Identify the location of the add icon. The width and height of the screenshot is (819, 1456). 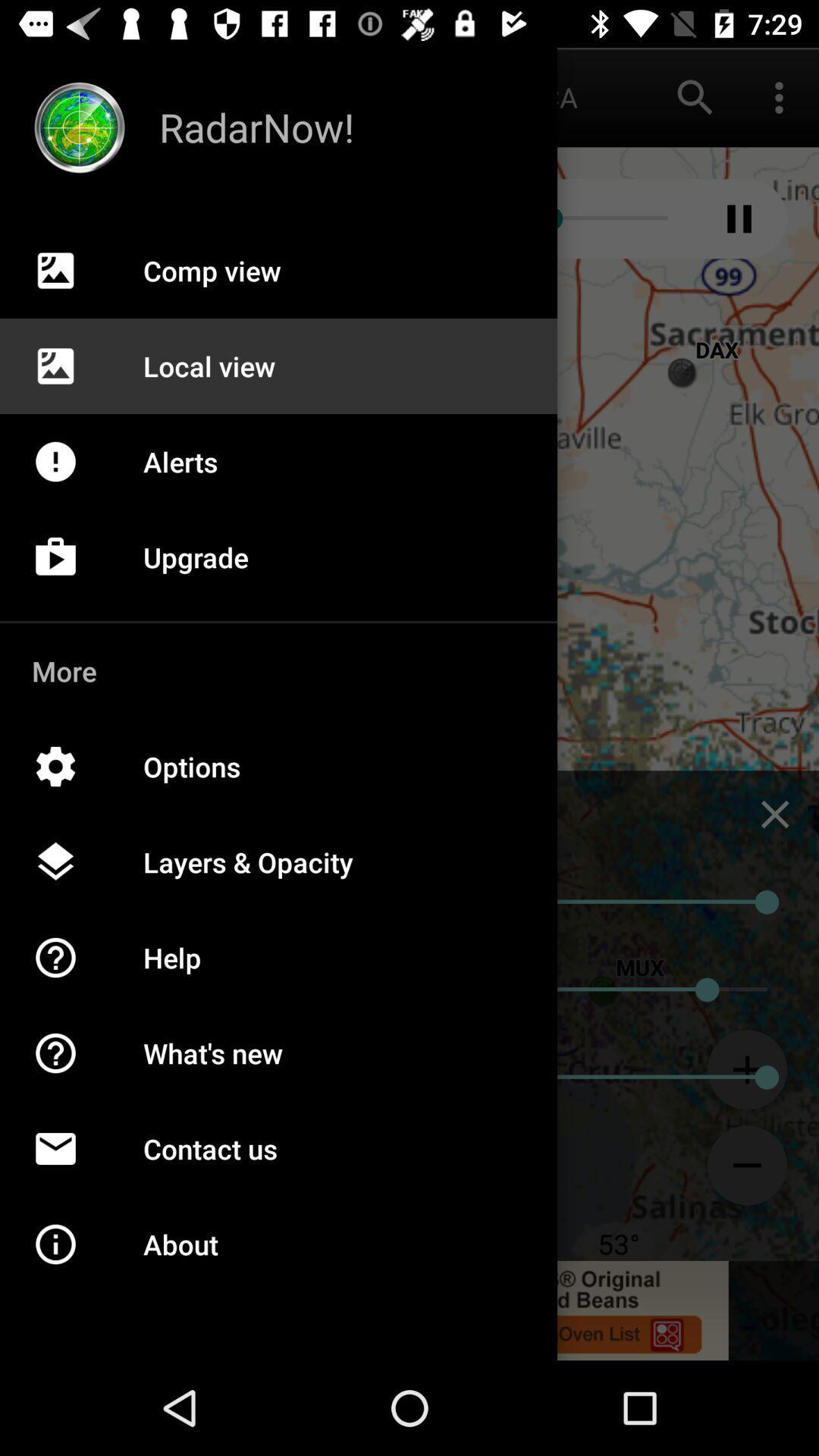
(746, 1068).